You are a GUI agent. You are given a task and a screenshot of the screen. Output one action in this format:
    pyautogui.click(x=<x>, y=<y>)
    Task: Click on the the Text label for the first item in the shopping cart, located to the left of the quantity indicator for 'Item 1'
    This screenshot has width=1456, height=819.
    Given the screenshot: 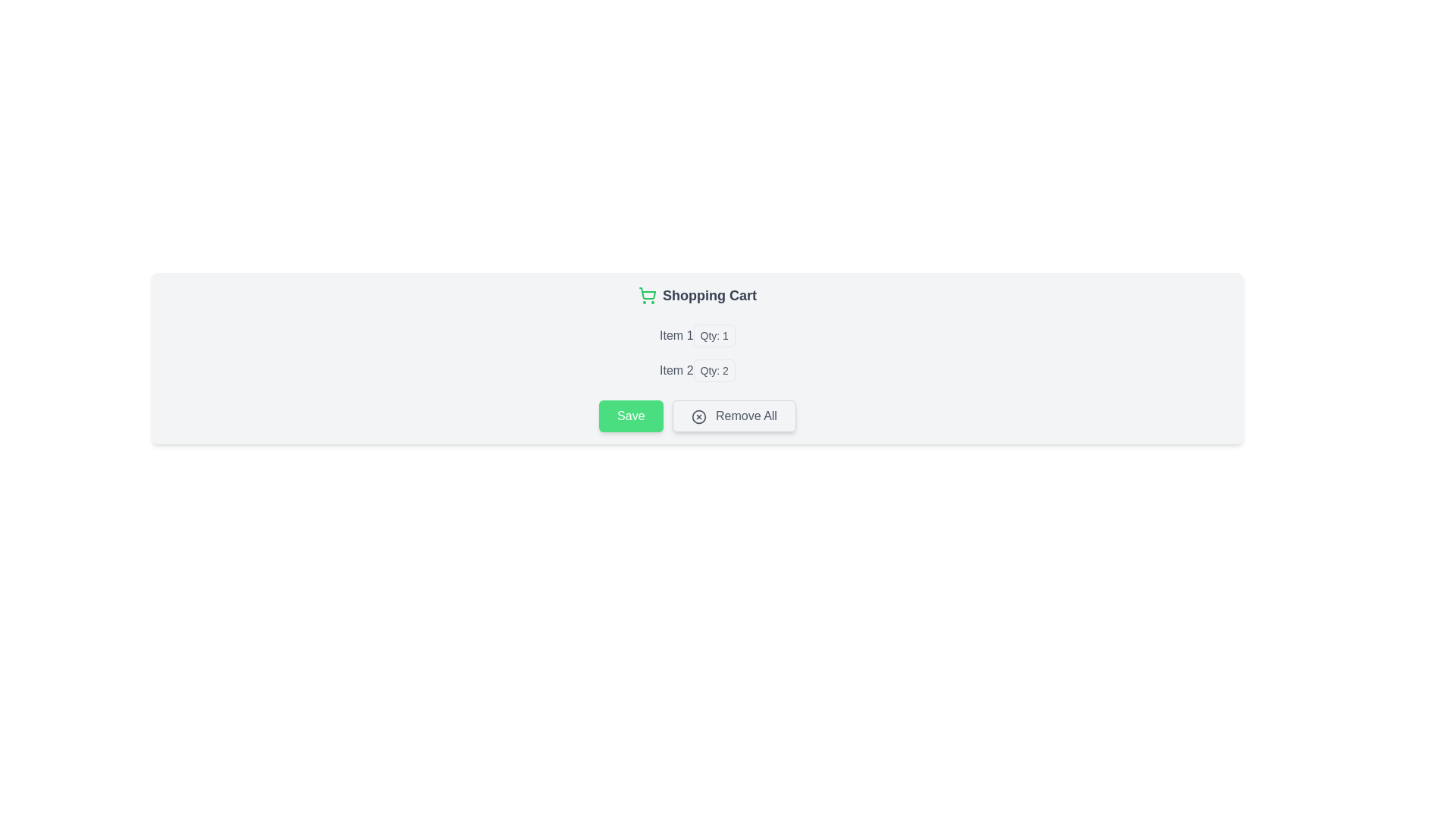 What is the action you would take?
    pyautogui.click(x=676, y=335)
    